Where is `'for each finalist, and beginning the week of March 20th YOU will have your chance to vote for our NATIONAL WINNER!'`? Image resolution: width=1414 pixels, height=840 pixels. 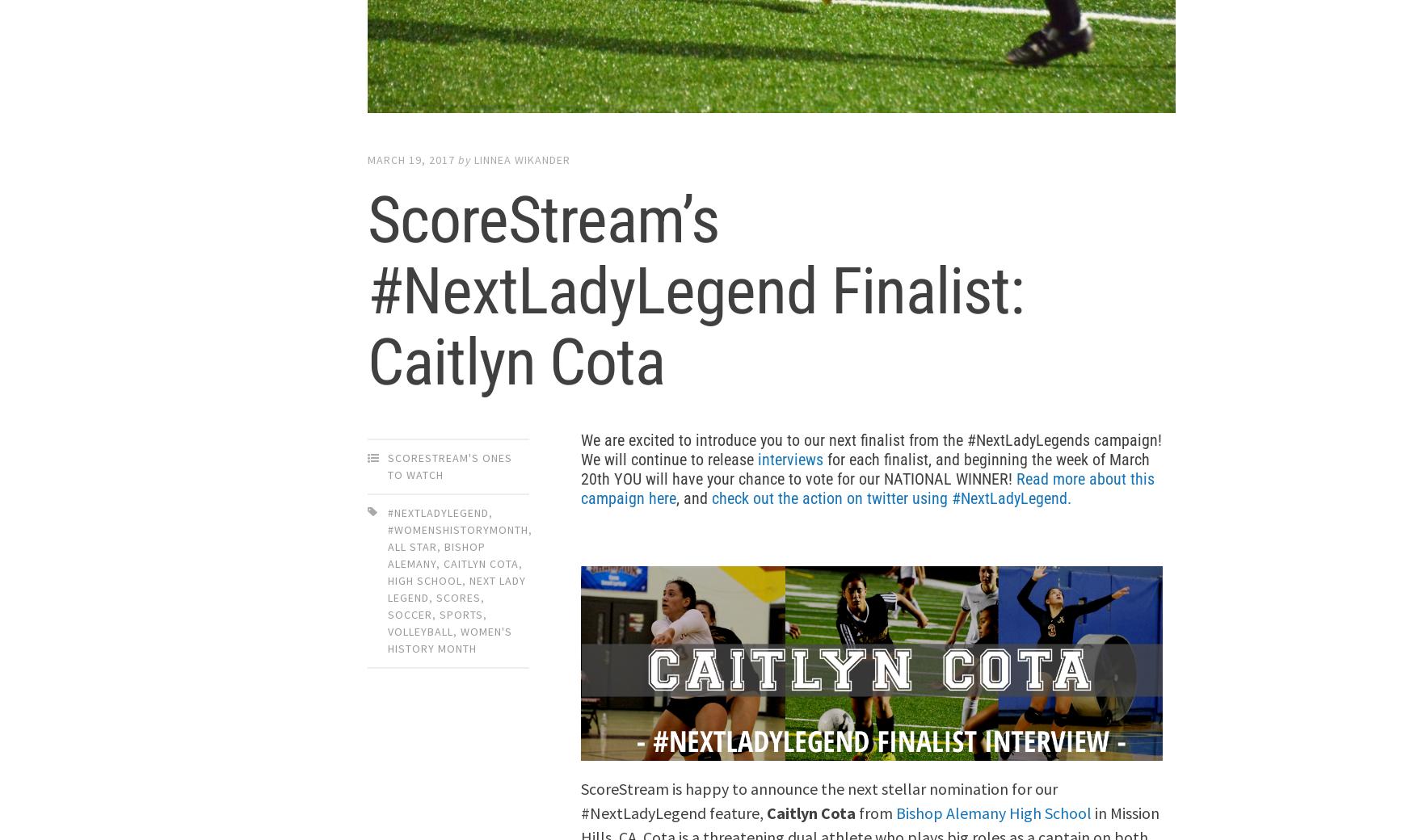 'for each finalist, and beginning the week of March 20th YOU will have your chance to vote for our NATIONAL WINNER!' is located at coordinates (865, 468).